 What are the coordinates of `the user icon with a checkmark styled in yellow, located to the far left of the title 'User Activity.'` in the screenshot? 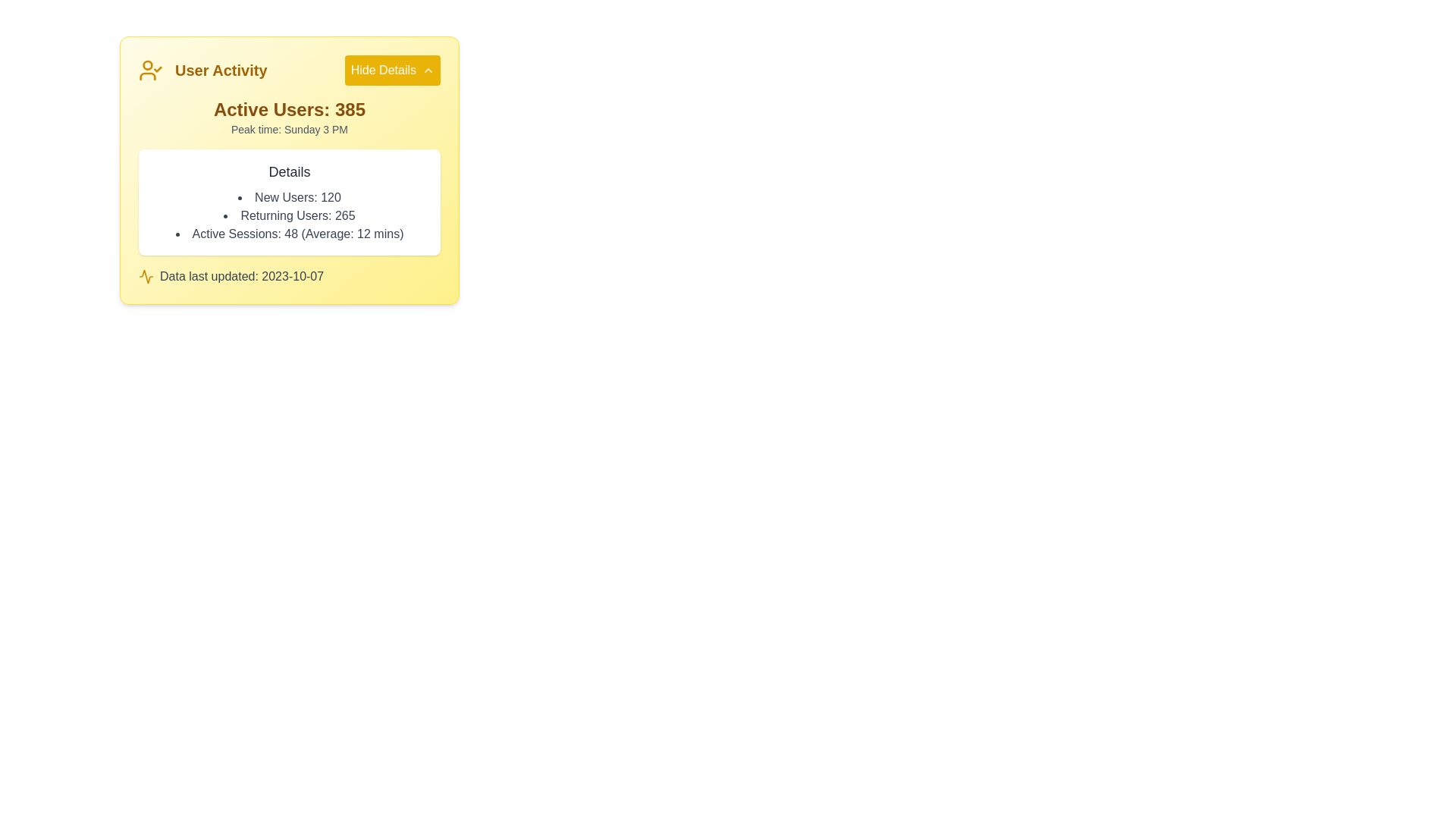 It's located at (150, 70).